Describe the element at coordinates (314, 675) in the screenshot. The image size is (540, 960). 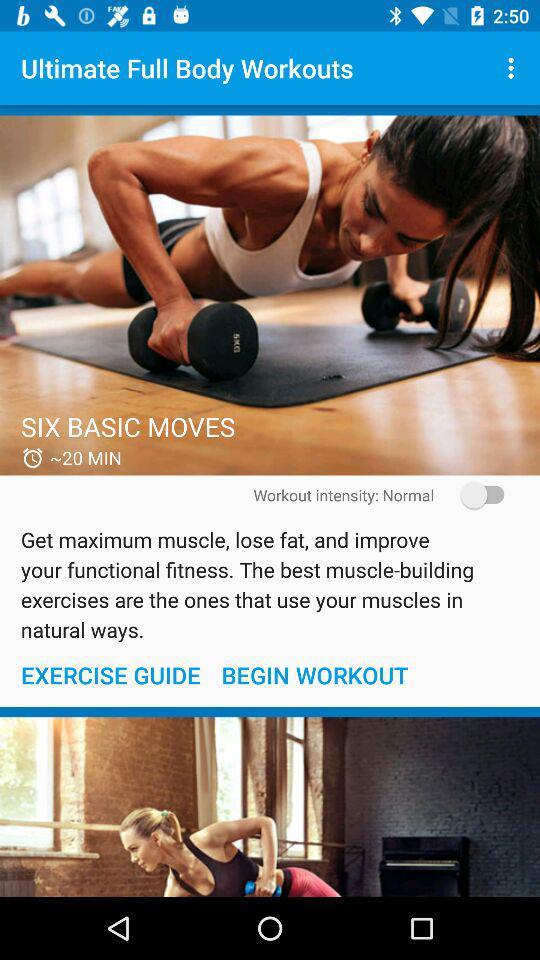
I see `item to the right of exercise guide item` at that location.